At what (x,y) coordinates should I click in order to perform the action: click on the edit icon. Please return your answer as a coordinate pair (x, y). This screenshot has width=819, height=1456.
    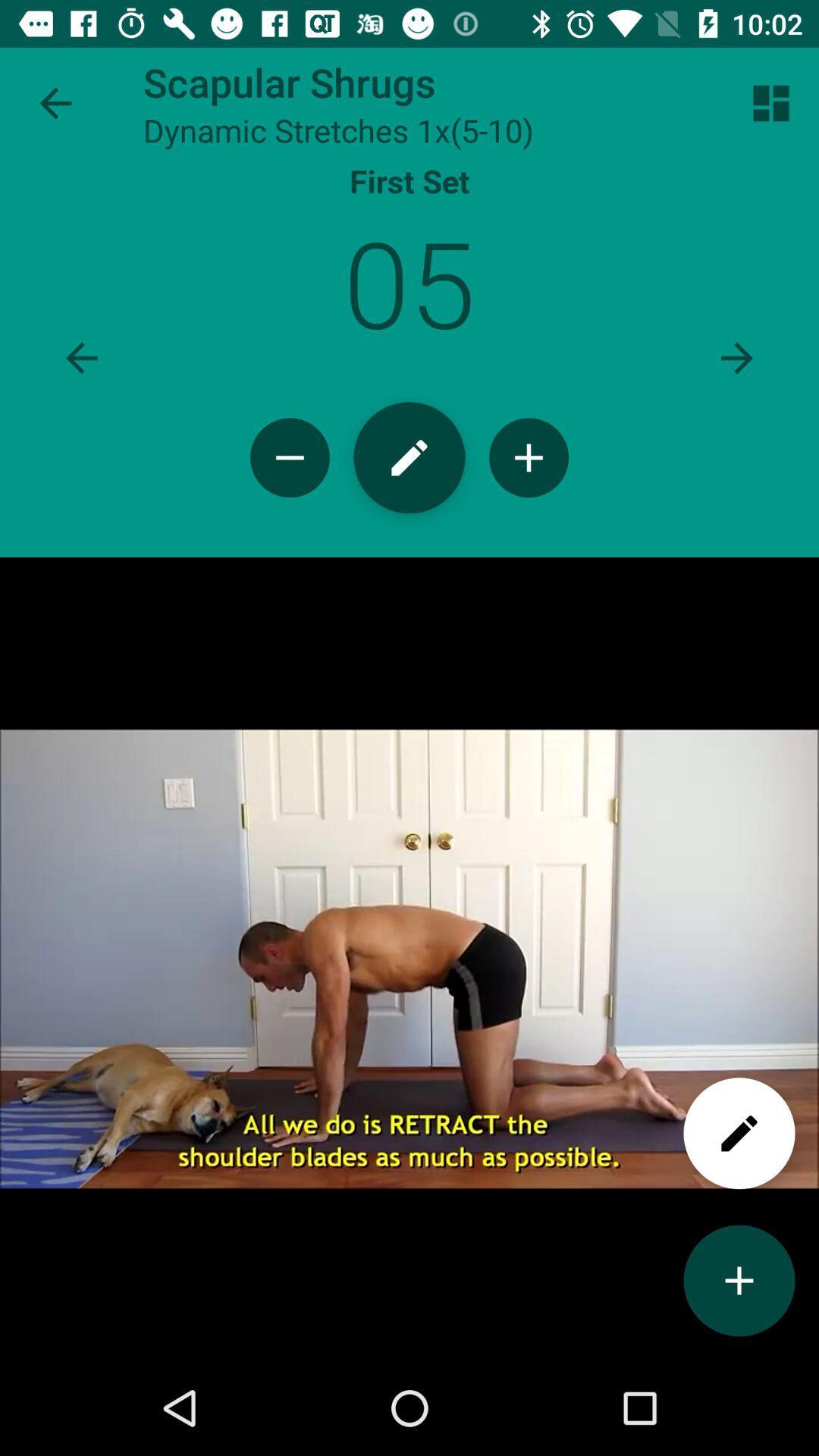
    Looking at the image, I should click on (409, 490).